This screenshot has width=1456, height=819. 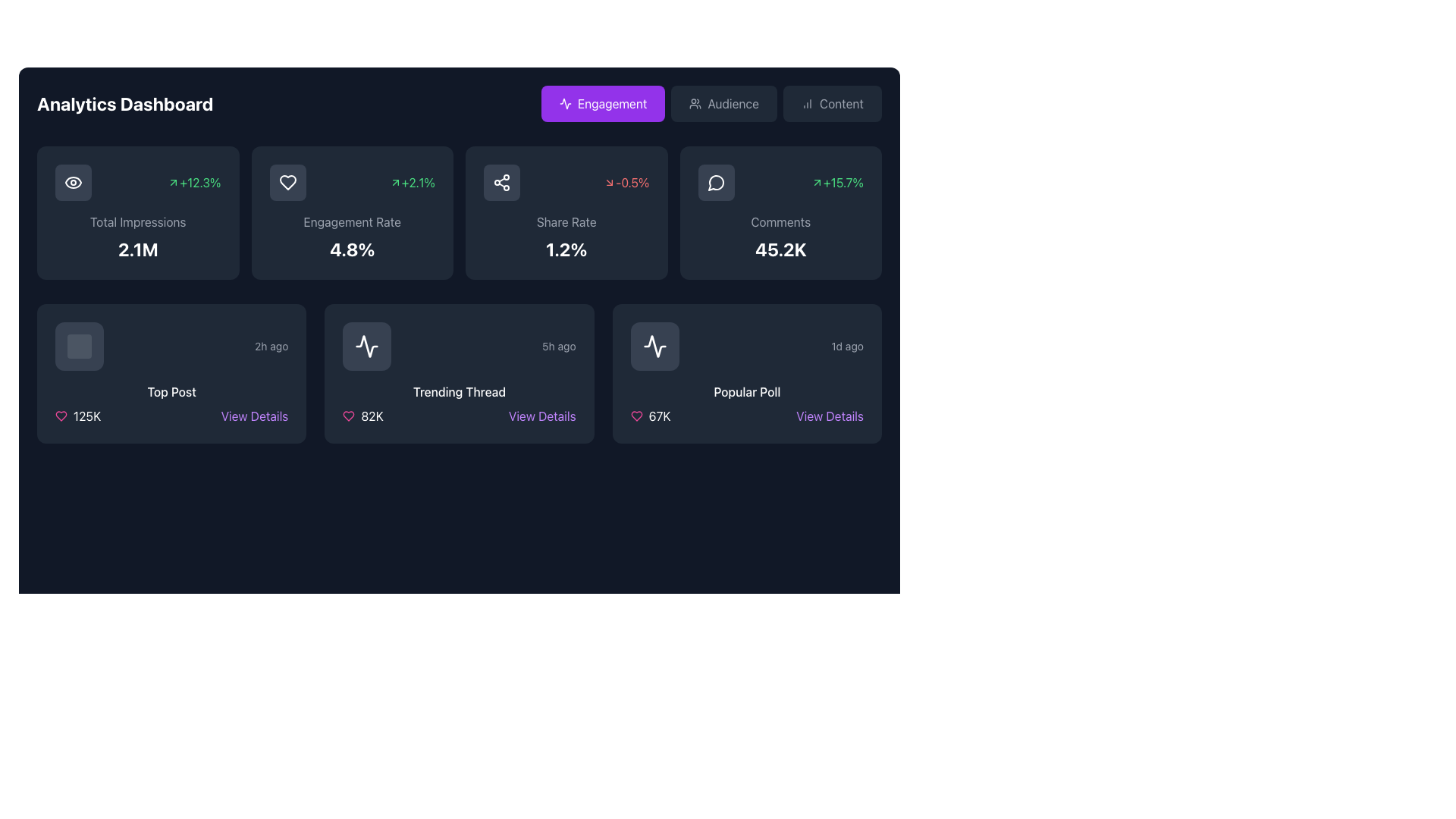 What do you see at coordinates (654, 346) in the screenshot?
I see `the visual state of the Vector icon with a sharp waveform design located in the 'Popular Poll' section under the 'Engagement' tab, rendered in white on a dark-gray background` at bounding box center [654, 346].